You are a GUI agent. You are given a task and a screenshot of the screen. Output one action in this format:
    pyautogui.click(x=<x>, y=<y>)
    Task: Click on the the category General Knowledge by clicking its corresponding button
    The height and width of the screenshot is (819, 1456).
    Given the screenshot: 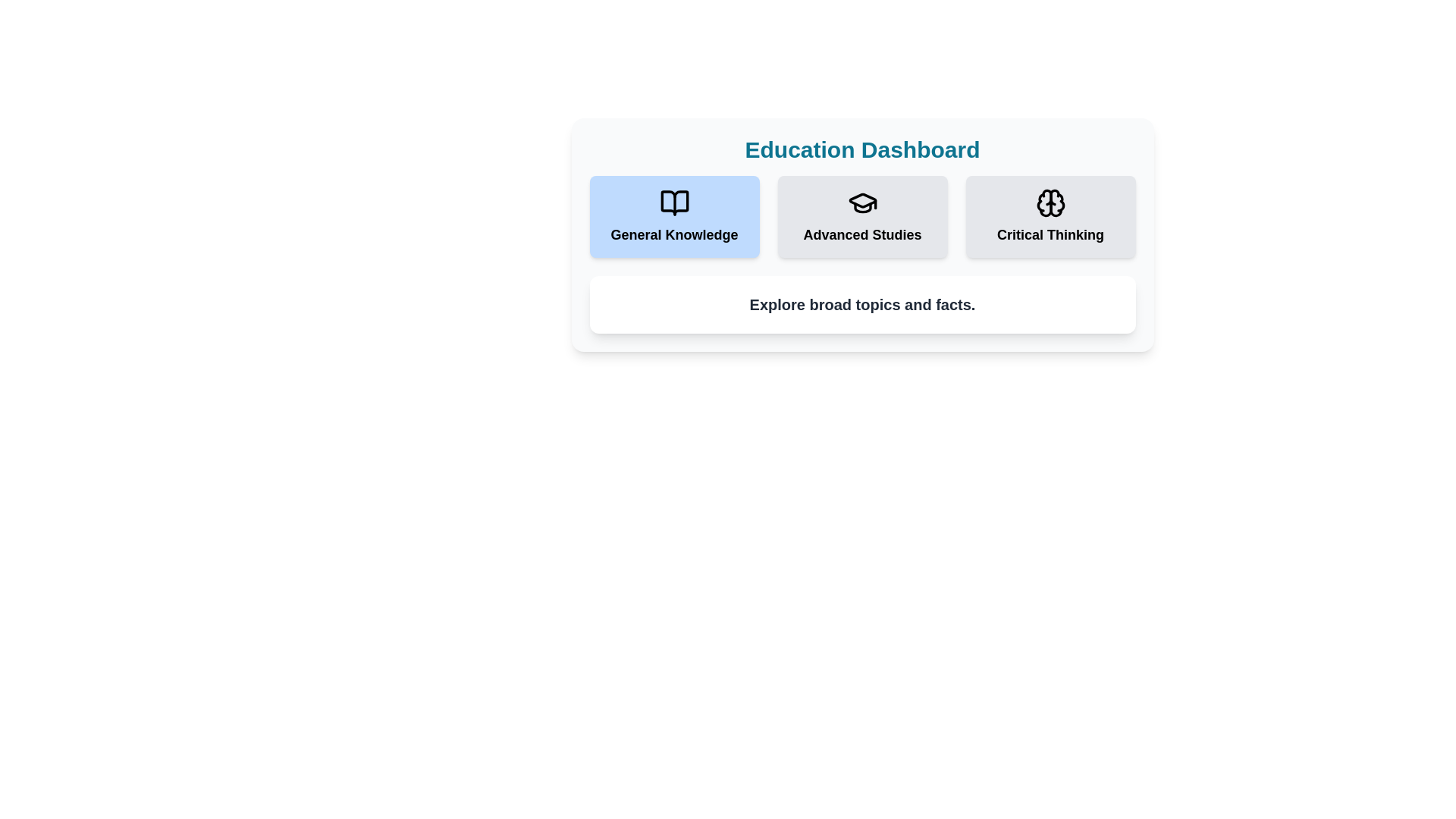 What is the action you would take?
    pyautogui.click(x=673, y=216)
    